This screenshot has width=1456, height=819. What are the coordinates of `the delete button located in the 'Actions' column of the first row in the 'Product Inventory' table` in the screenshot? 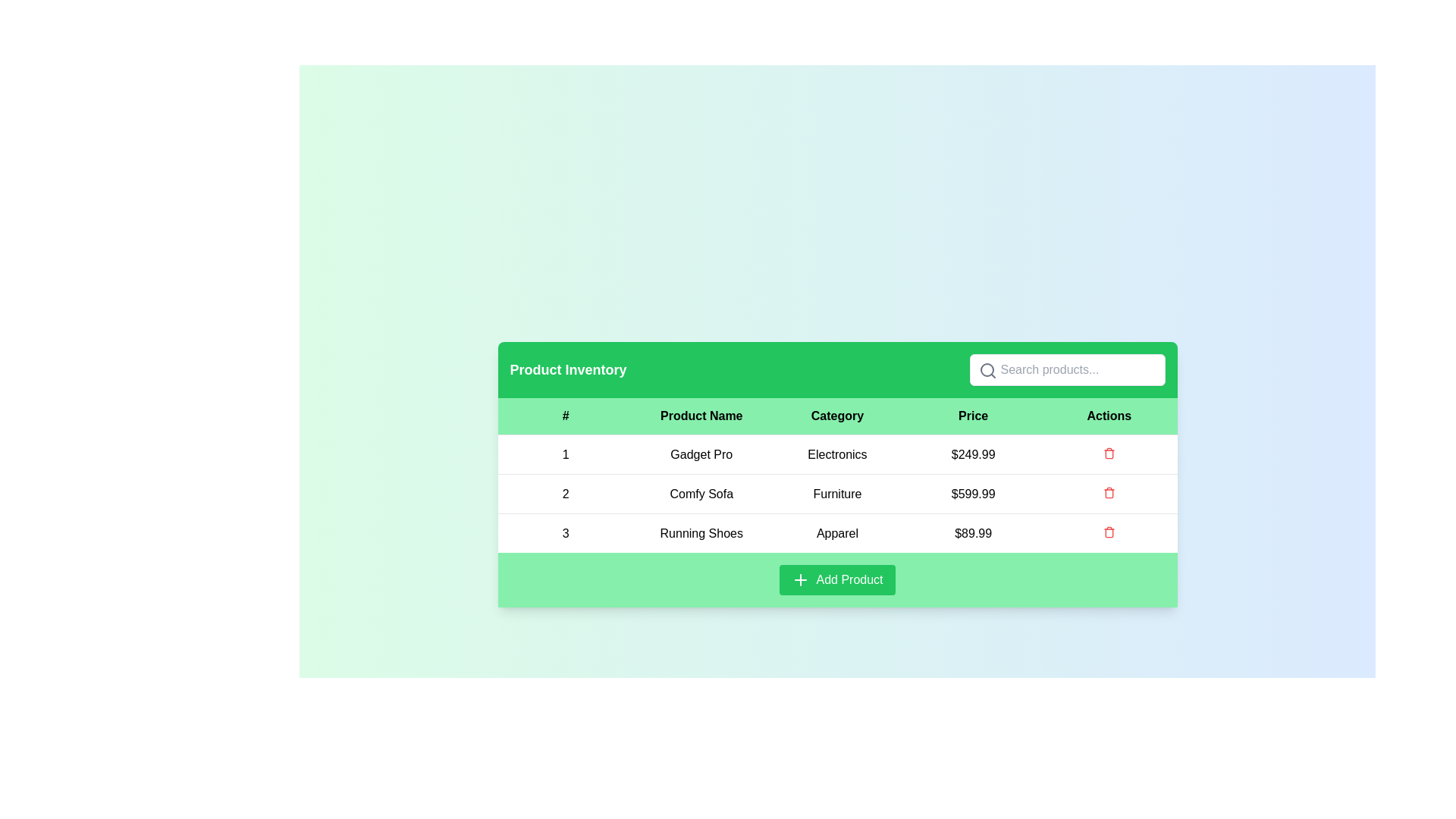 It's located at (1109, 452).